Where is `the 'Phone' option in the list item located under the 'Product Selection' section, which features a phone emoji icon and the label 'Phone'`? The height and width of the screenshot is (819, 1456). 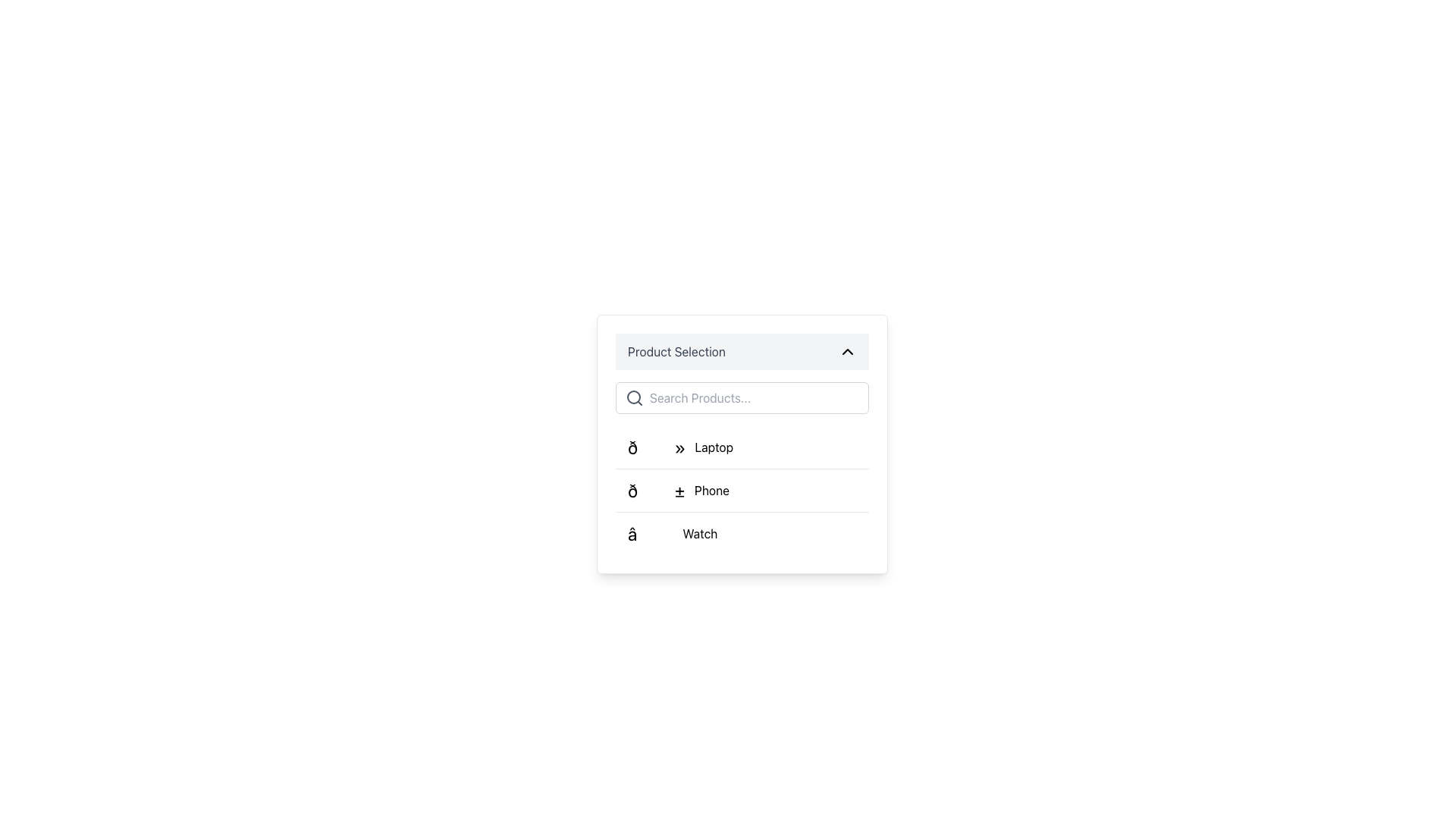
the 'Phone' option in the list item located under the 'Product Selection' section, which features a phone emoji icon and the label 'Phone' is located at coordinates (677, 491).